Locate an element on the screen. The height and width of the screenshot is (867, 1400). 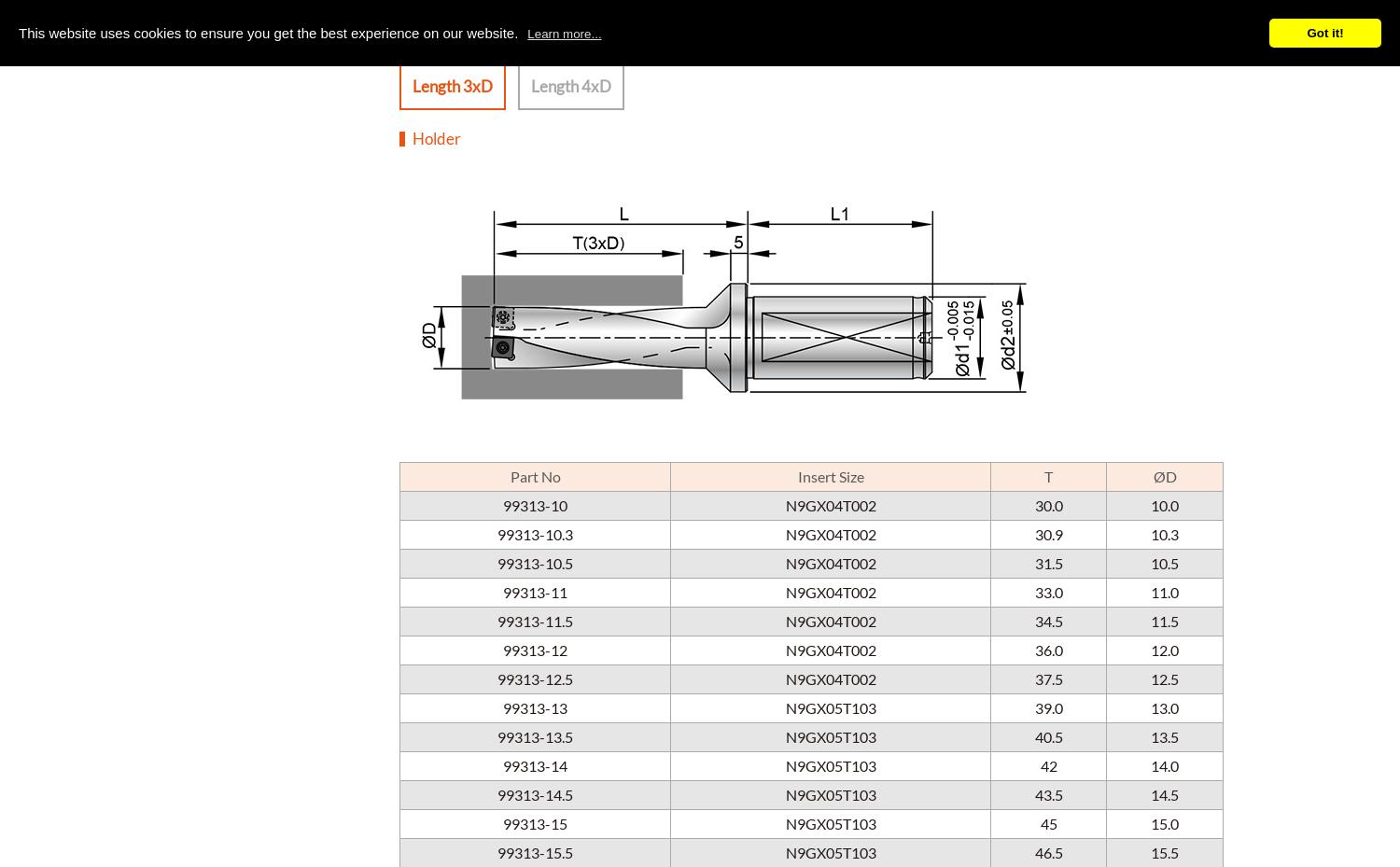
'30.9' is located at coordinates (1033, 532).